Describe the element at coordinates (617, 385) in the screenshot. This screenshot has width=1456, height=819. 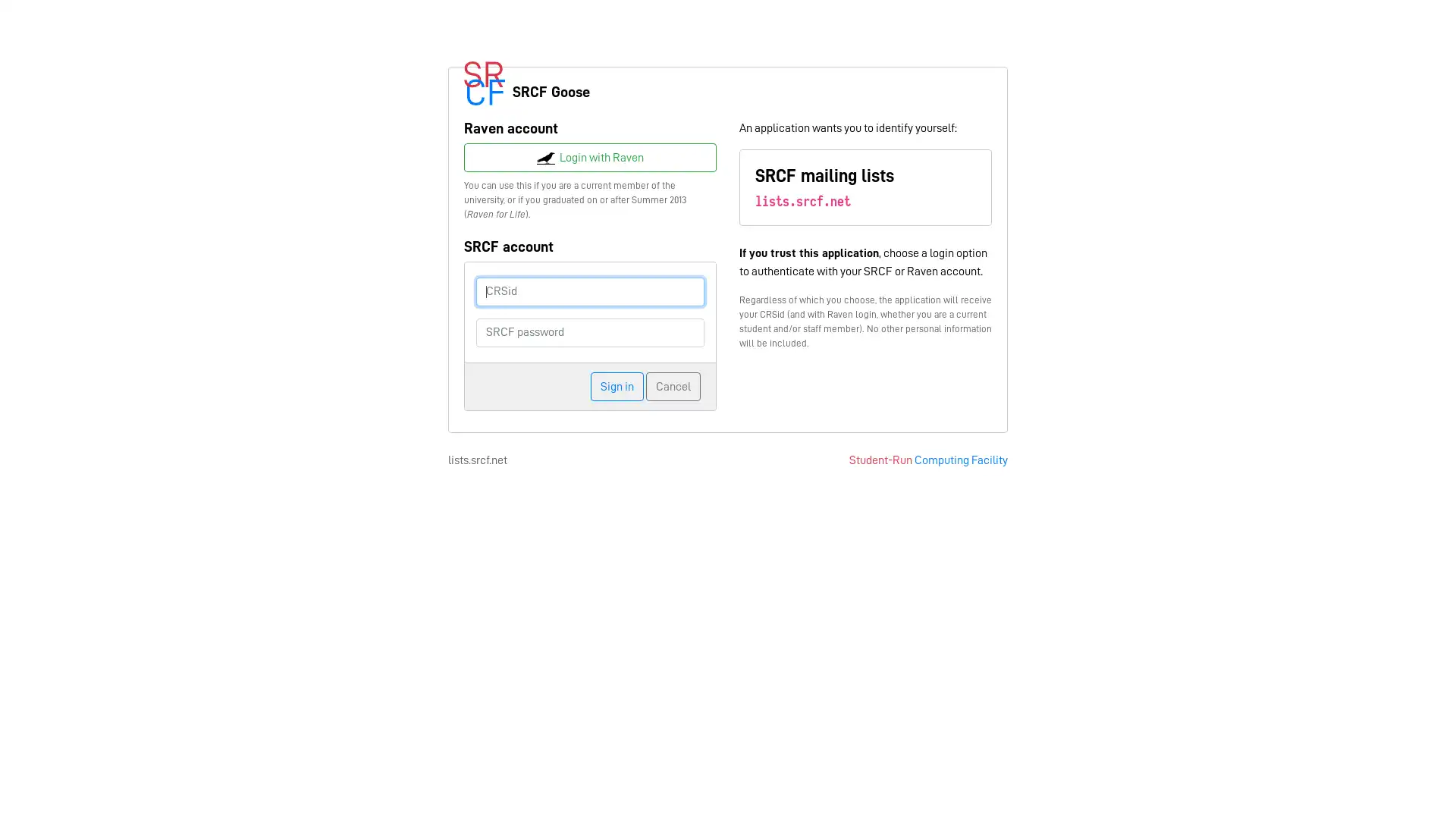
I see `Sign in` at that location.